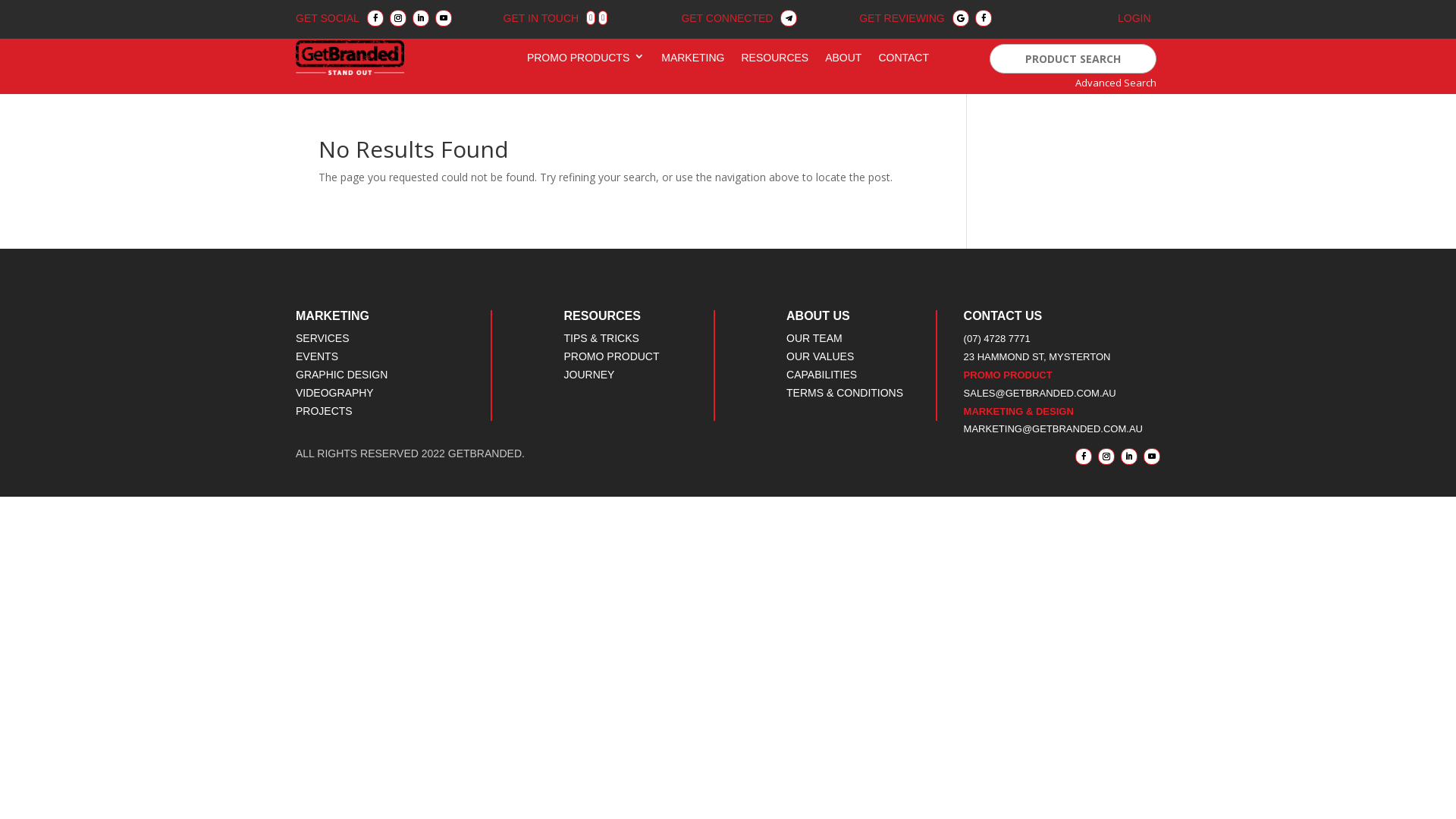  Describe the element at coordinates (843, 60) in the screenshot. I see `'ABOUT'` at that location.